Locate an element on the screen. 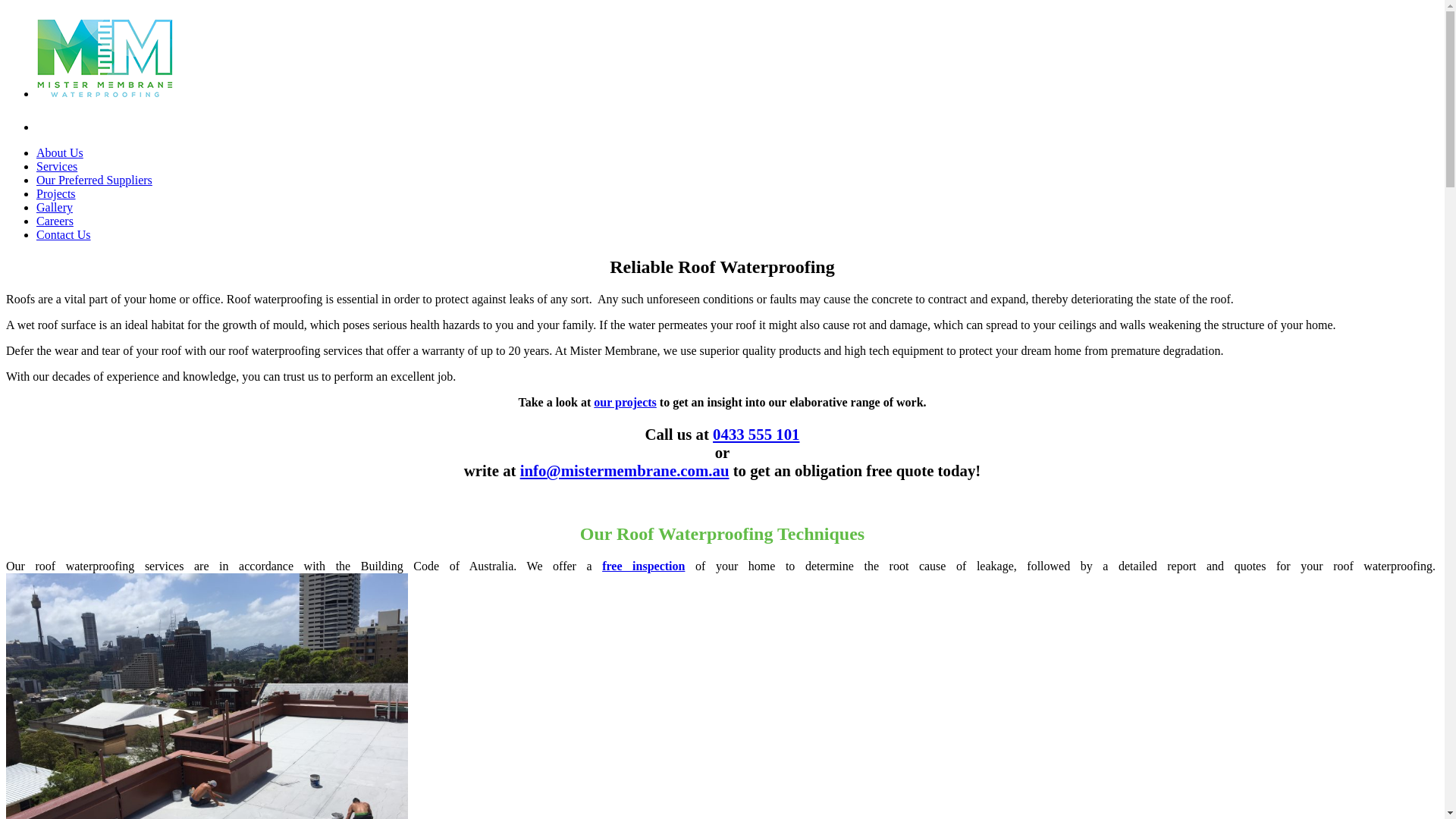 Image resolution: width=1456 pixels, height=819 pixels. 'info@mistermembrane.com.au' is located at coordinates (520, 469).